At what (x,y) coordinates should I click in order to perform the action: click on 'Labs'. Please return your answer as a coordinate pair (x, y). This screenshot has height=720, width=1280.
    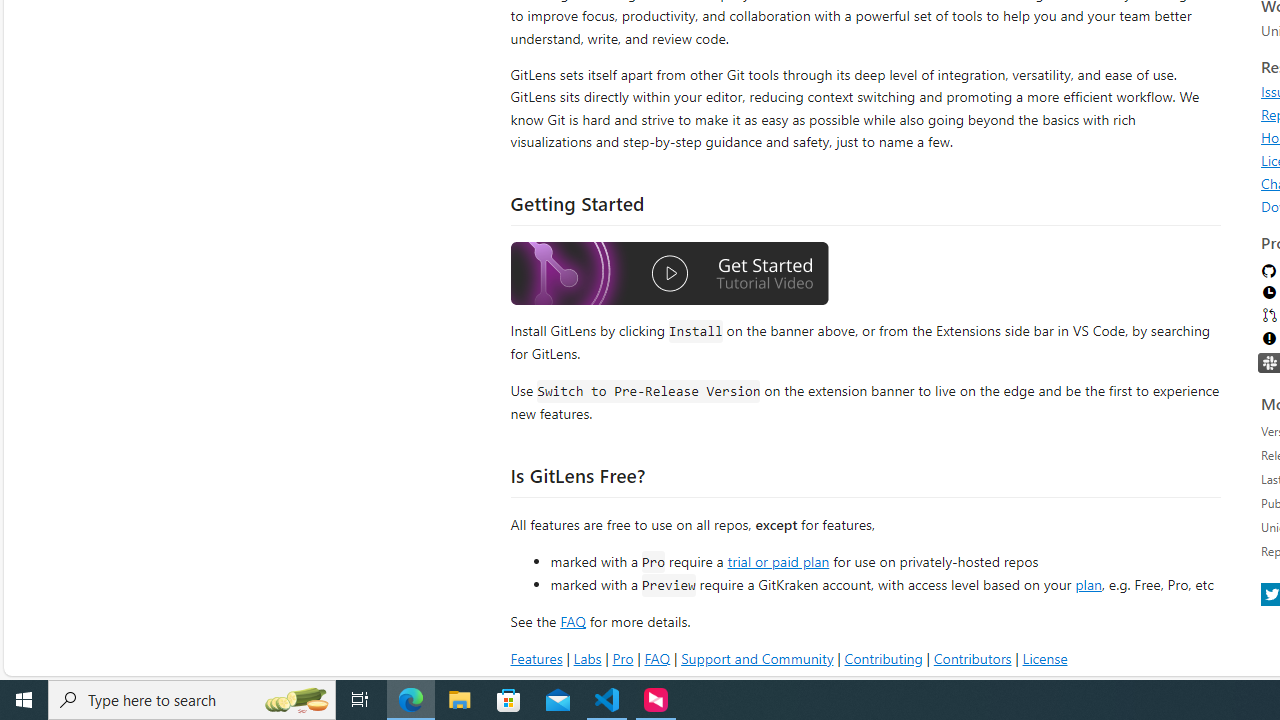
    Looking at the image, I should click on (586, 658).